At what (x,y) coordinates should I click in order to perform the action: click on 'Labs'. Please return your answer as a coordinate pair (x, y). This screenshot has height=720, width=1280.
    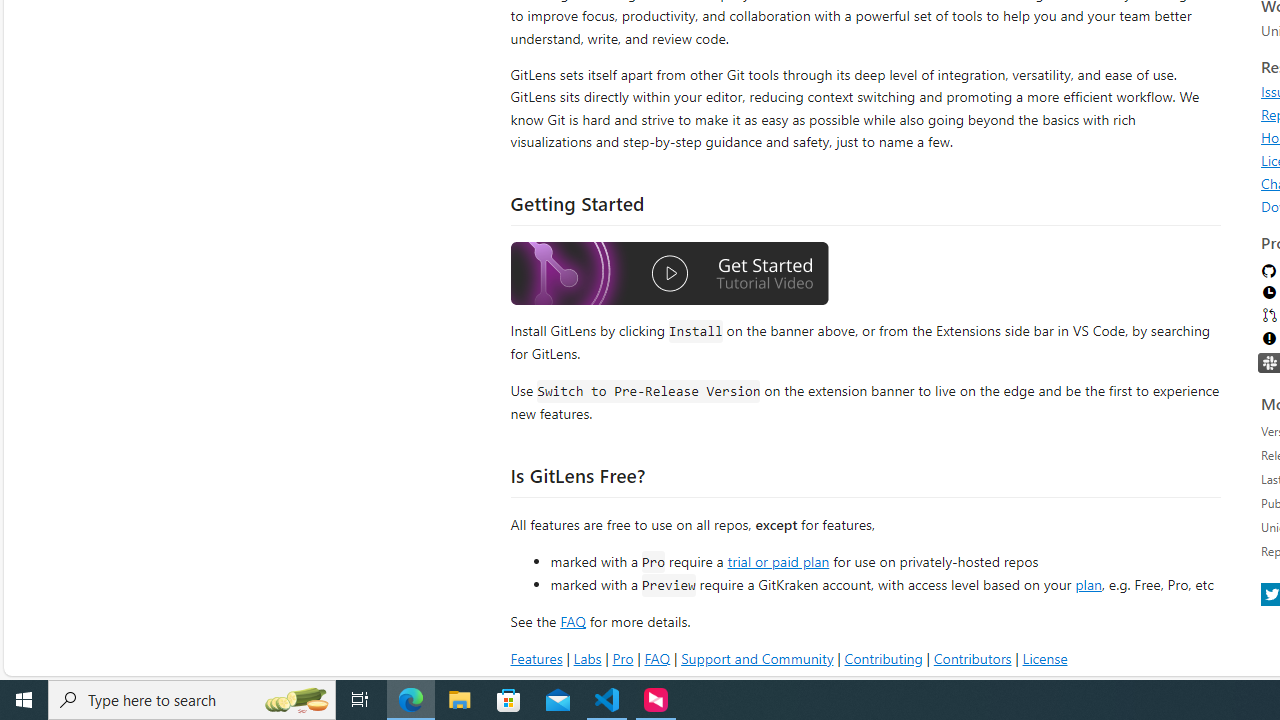
    Looking at the image, I should click on (586, 658).